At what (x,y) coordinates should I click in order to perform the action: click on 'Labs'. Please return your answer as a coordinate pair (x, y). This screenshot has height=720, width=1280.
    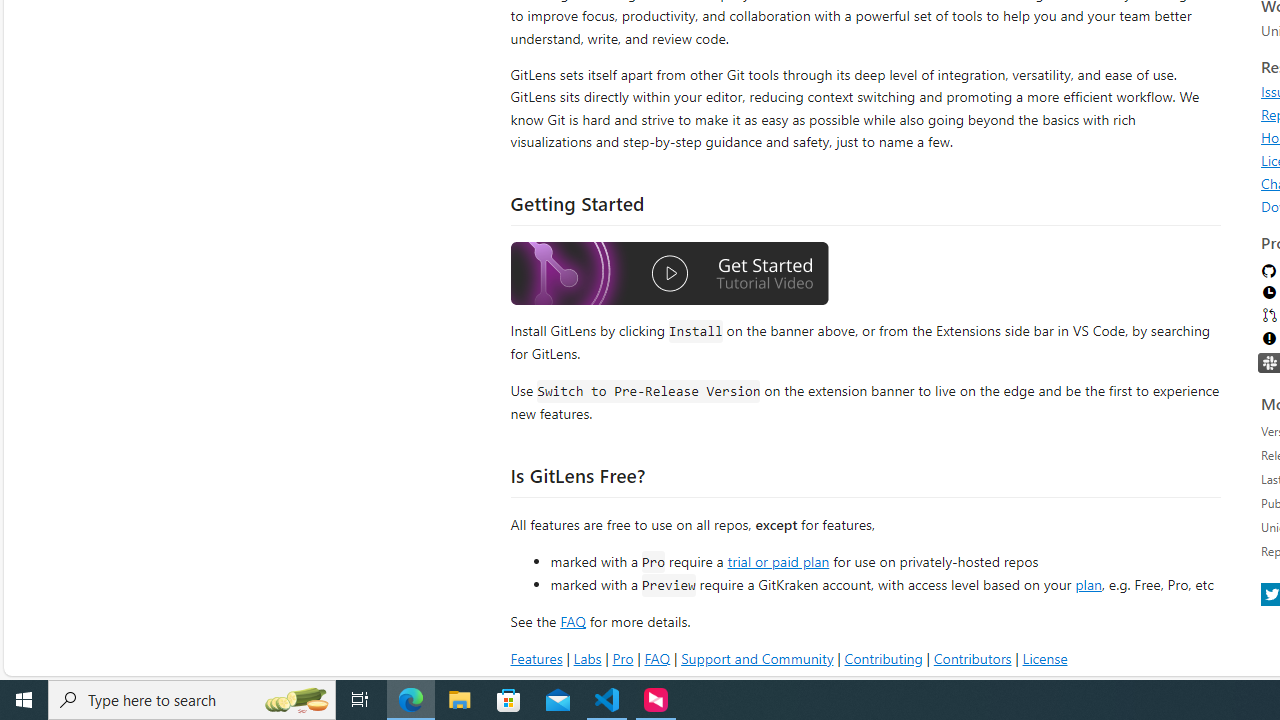
    Looking at the image, I should click on (586, 658).